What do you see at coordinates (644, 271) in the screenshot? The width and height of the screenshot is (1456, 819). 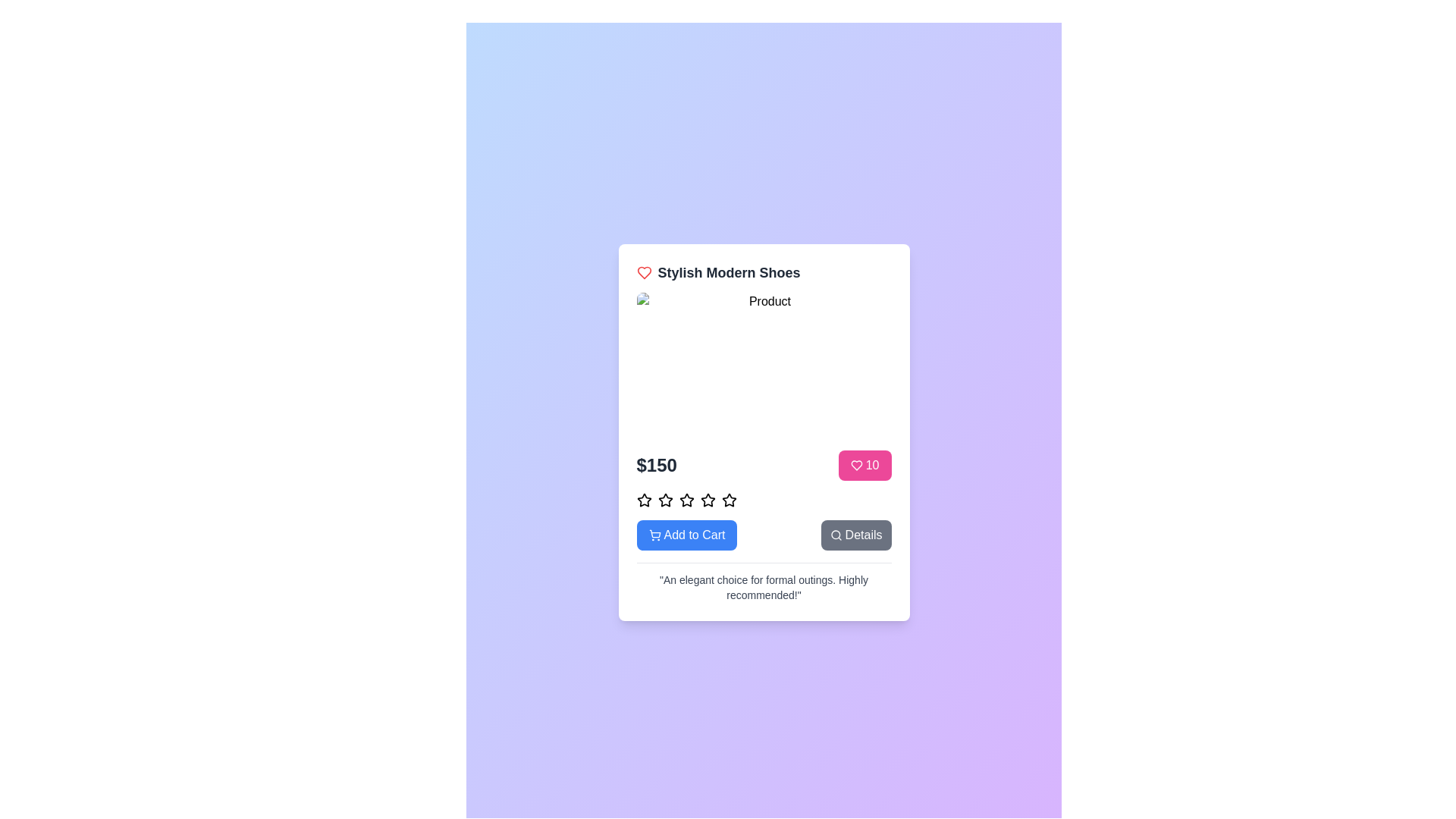 I see `the red heart icon located to the right of the price tag ($150) and aligned with the pink label displaying '10' within the interactive card section` at bounding box center [644, 271].